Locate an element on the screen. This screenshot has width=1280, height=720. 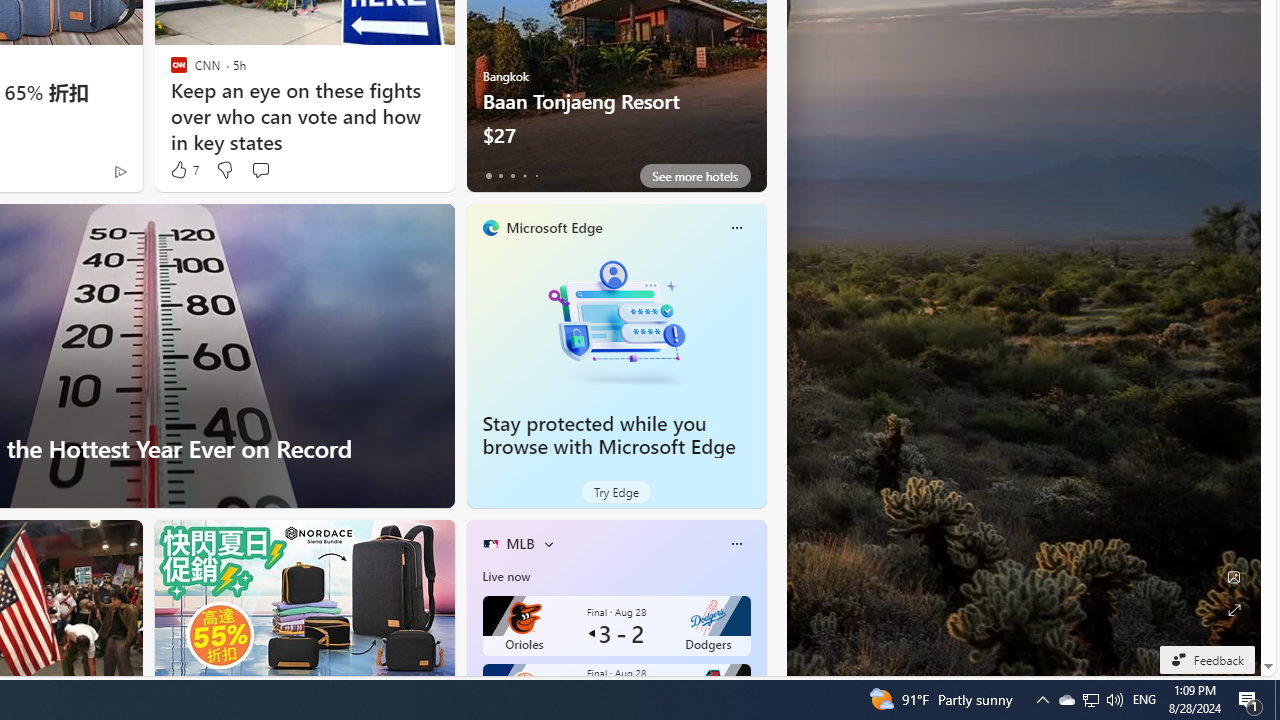
'Stay protected while you browse with Microsoft Edge' is located at coordinates (615, 320).